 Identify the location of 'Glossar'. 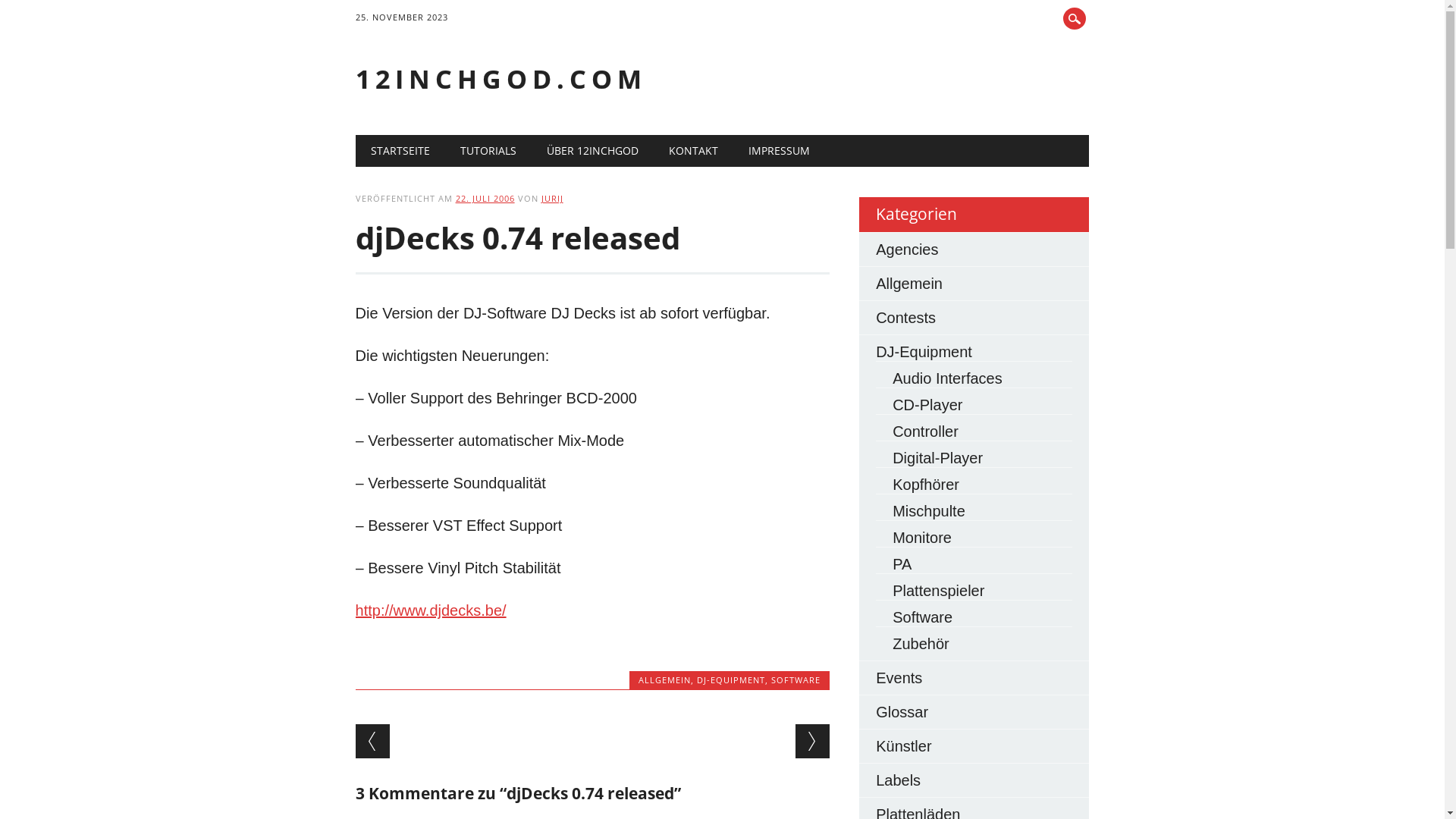
(902, 711).